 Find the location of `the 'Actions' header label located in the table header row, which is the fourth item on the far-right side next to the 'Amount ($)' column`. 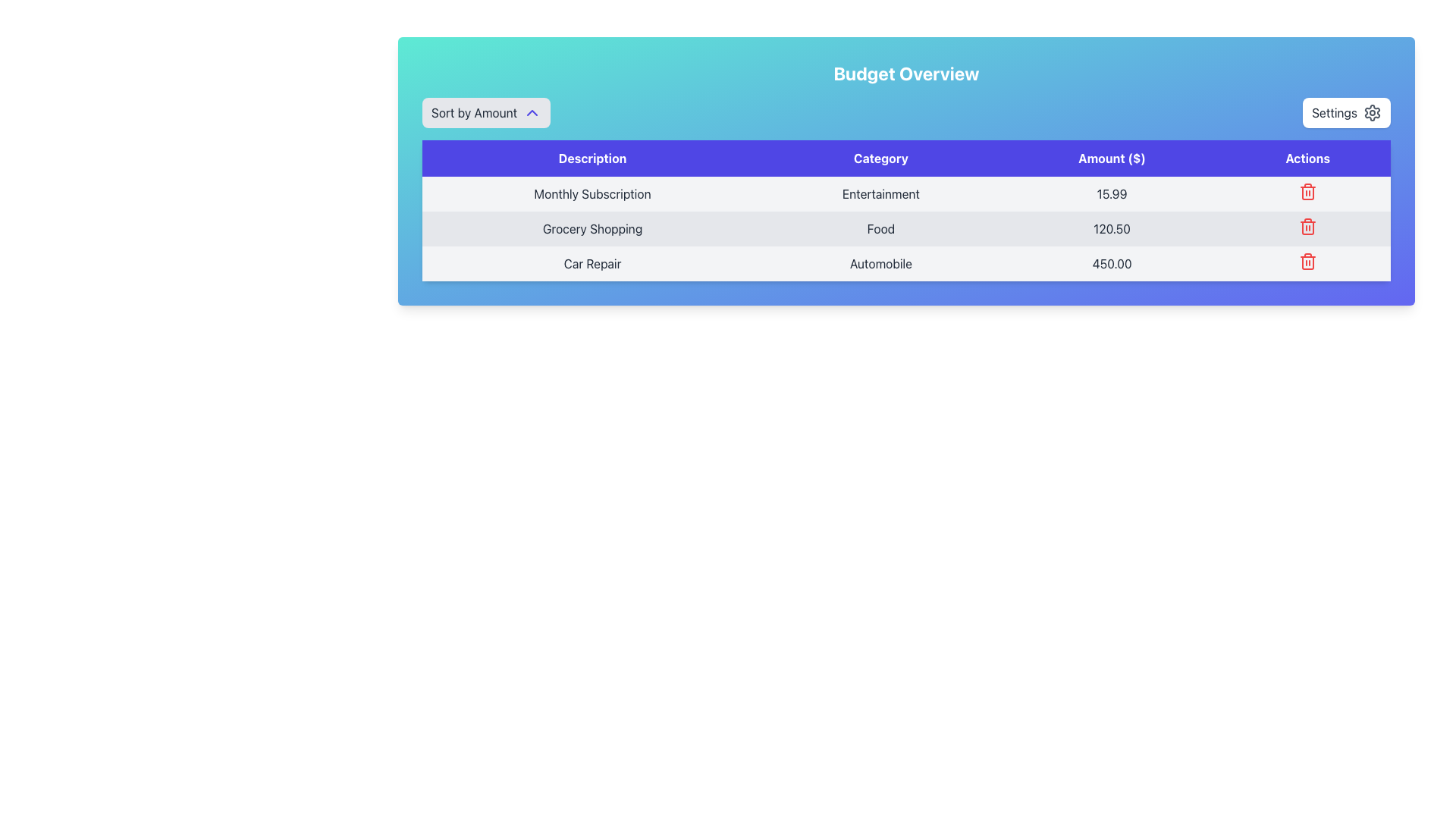

the 'Actions' header label located in the table header row, which is the fourth item on the far-right side next to the 'Amount ($)' column is located at coordinates (1307, 158).